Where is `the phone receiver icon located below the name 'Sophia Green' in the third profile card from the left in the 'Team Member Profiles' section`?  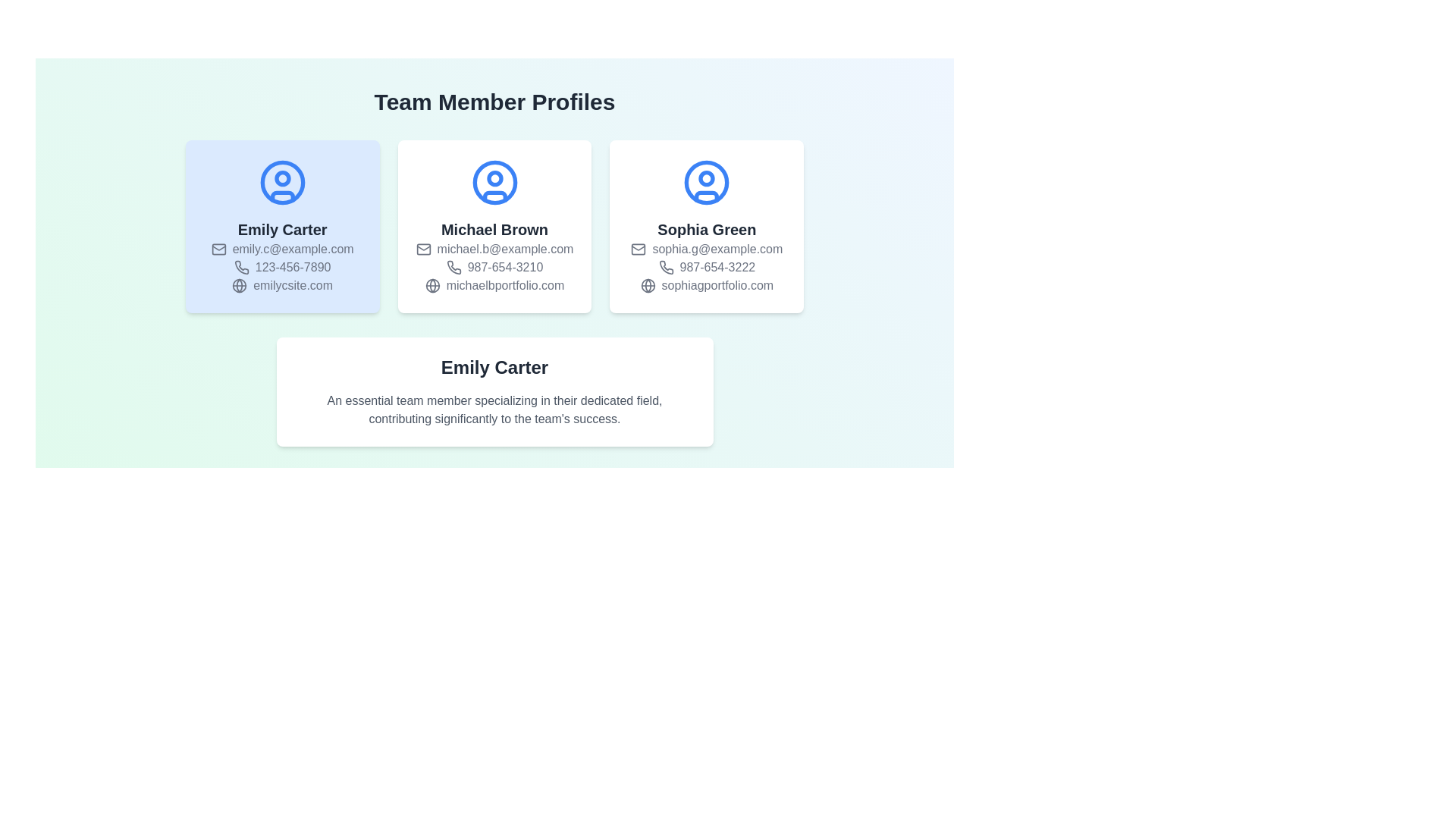
the phone receiver icon located below the name 'Sophia Green' in the third profile card from the left in the 'Team Member Profiles' section is located at coordinates (666, 266).